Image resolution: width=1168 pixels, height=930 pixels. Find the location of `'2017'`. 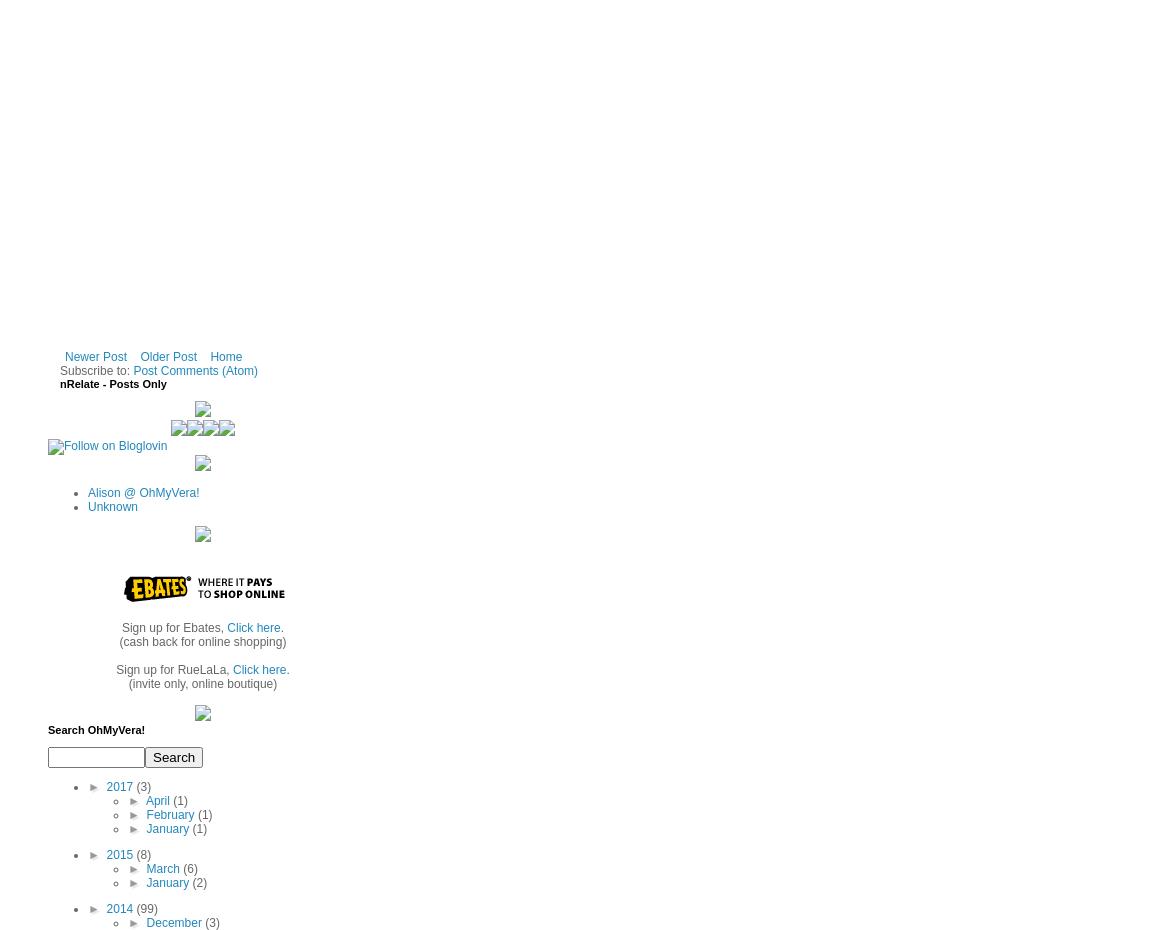

'2017' is located at coordinates (120, 785).